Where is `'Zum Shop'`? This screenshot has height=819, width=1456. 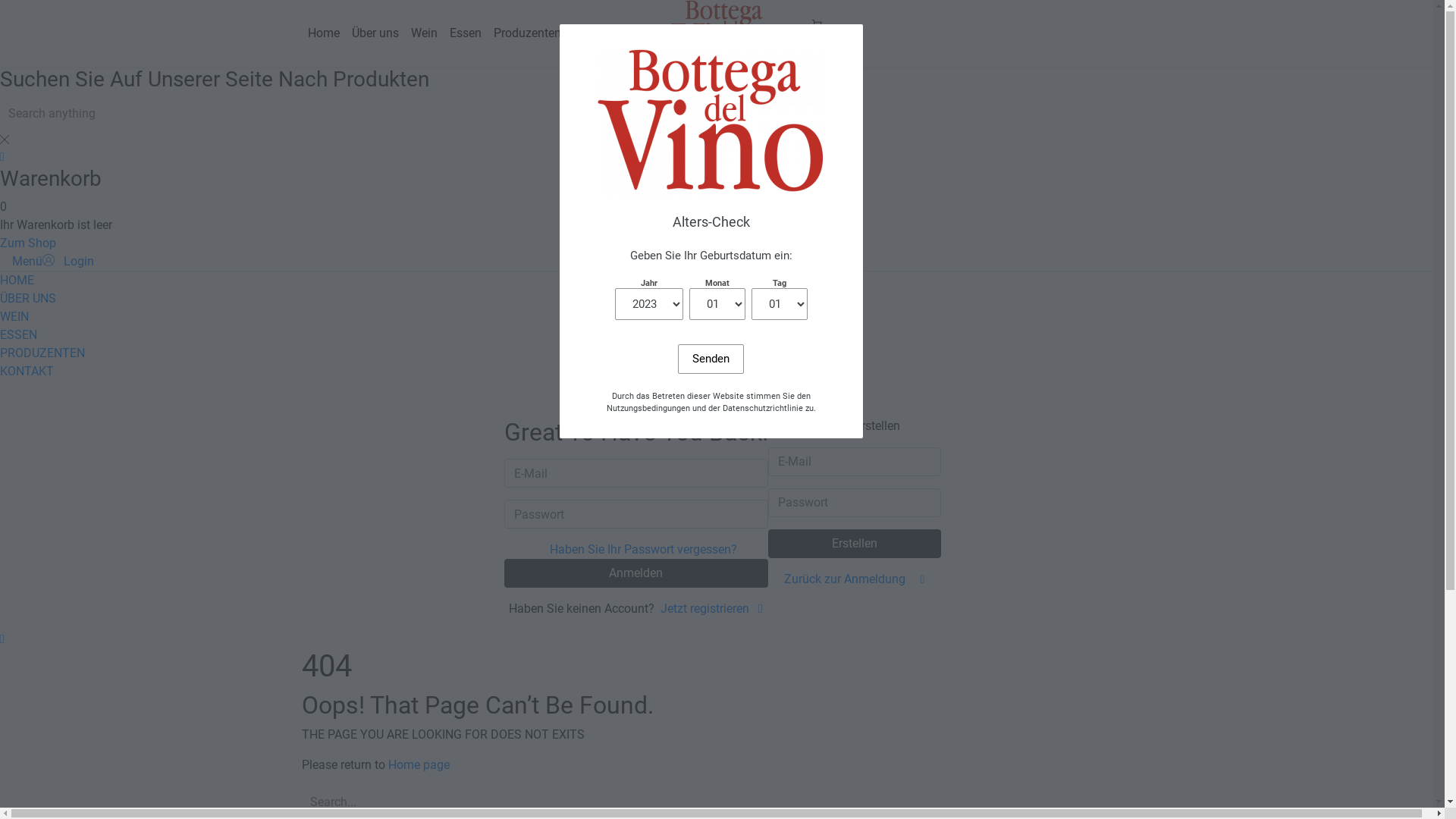 'Zum Shop' is located at coordinates (28, 242).